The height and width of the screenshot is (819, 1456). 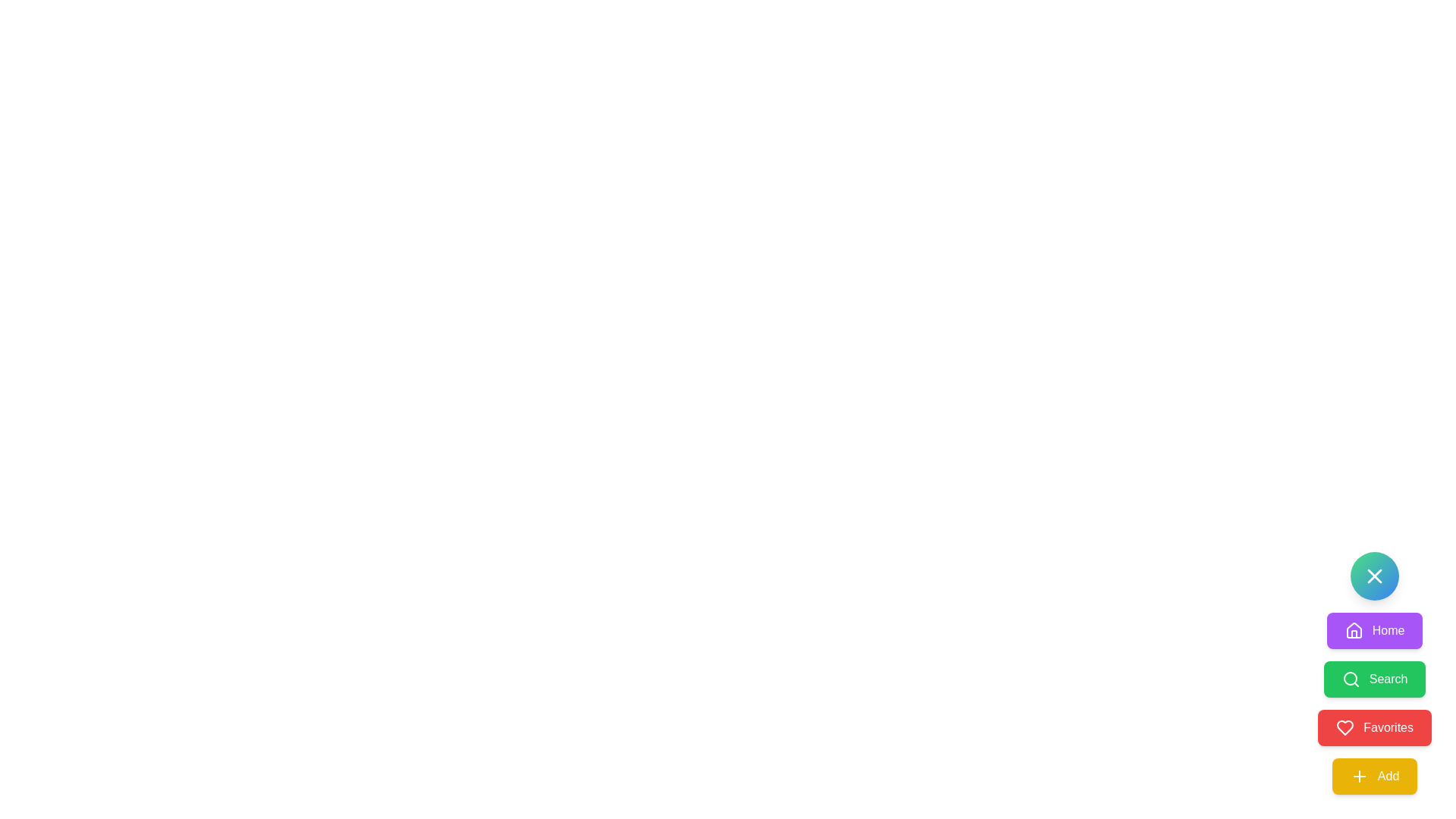 What do you see at coordinates (1375, 576) in the screenshot?
I see `the round button with a gradient background and a white 'X' icon, located at the bottom-right corner of the interface, above the buttons labeled 'Home', 'Search', 'Favorites', and 'Add'` at bounding box center [1375, 576].